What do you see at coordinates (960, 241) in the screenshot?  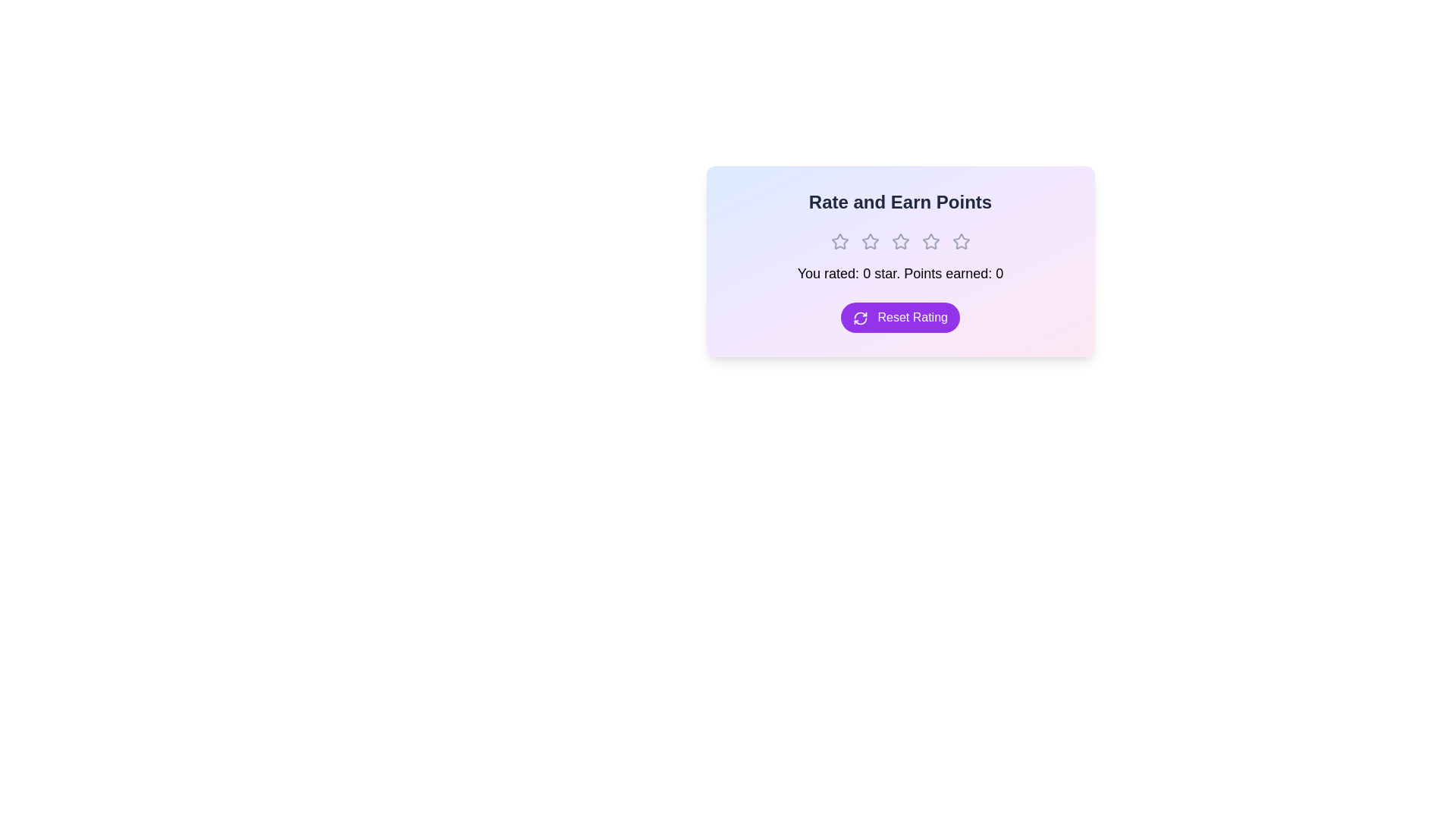 I see `the rating to 5 stars by clicking on the corresponding star` at bounding box center [960, 241].